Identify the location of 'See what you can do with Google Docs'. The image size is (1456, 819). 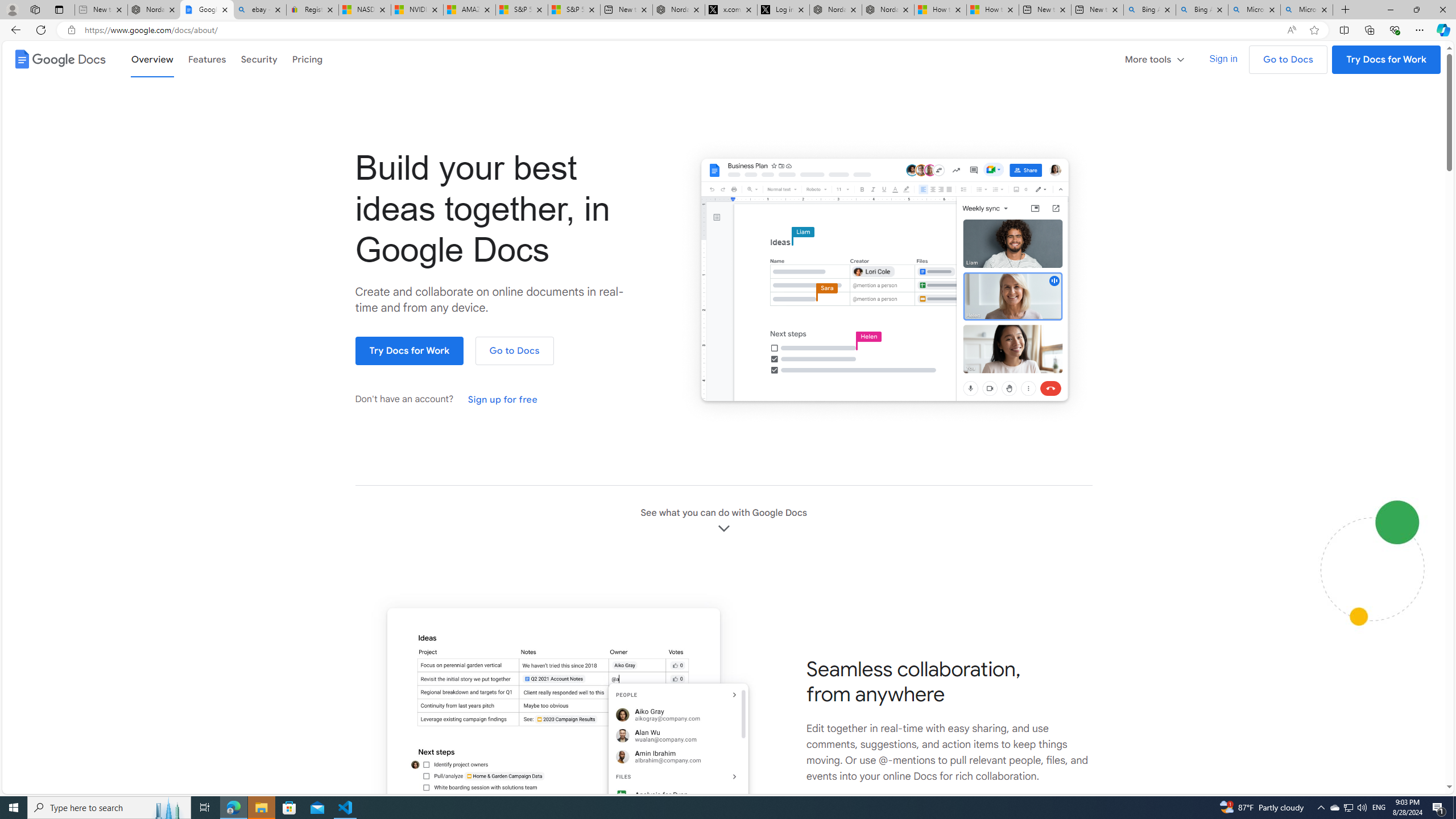
(723, 520).